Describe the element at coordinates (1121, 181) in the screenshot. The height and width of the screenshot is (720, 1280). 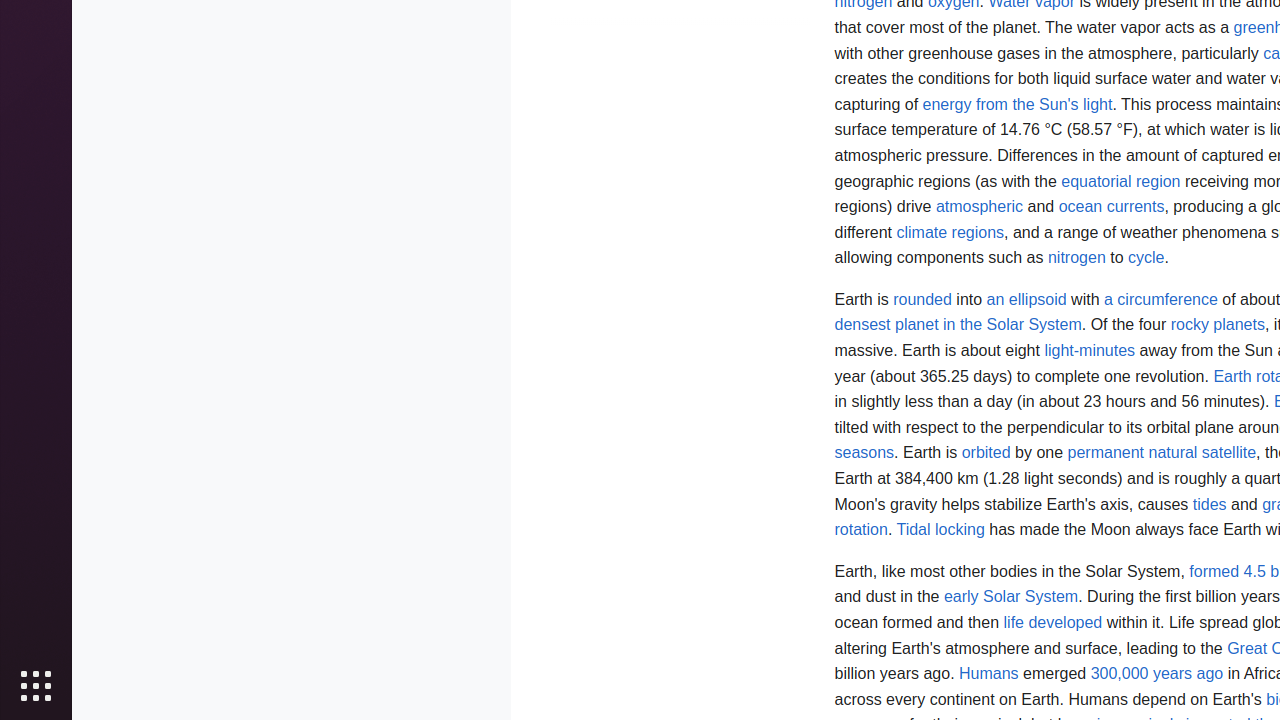
I see `'equatorial region'` at that location.